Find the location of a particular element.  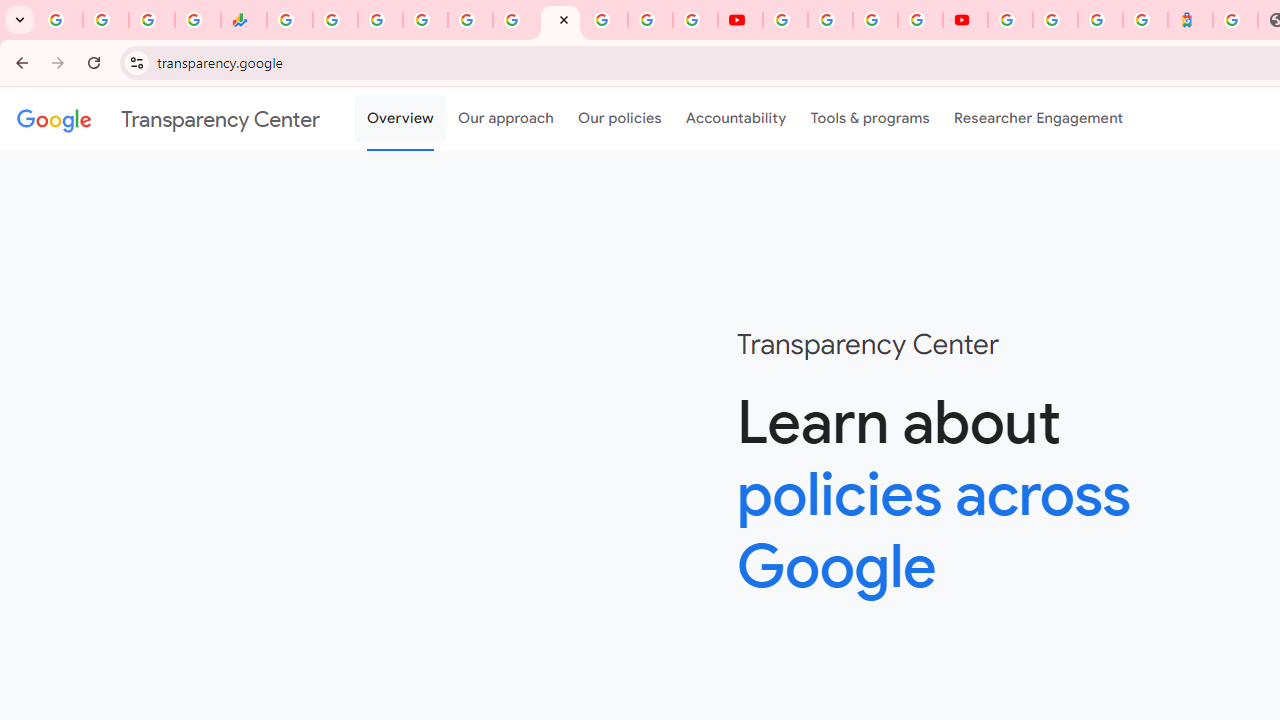

'Privacy Checkup' is located at coordinates (695, 20).